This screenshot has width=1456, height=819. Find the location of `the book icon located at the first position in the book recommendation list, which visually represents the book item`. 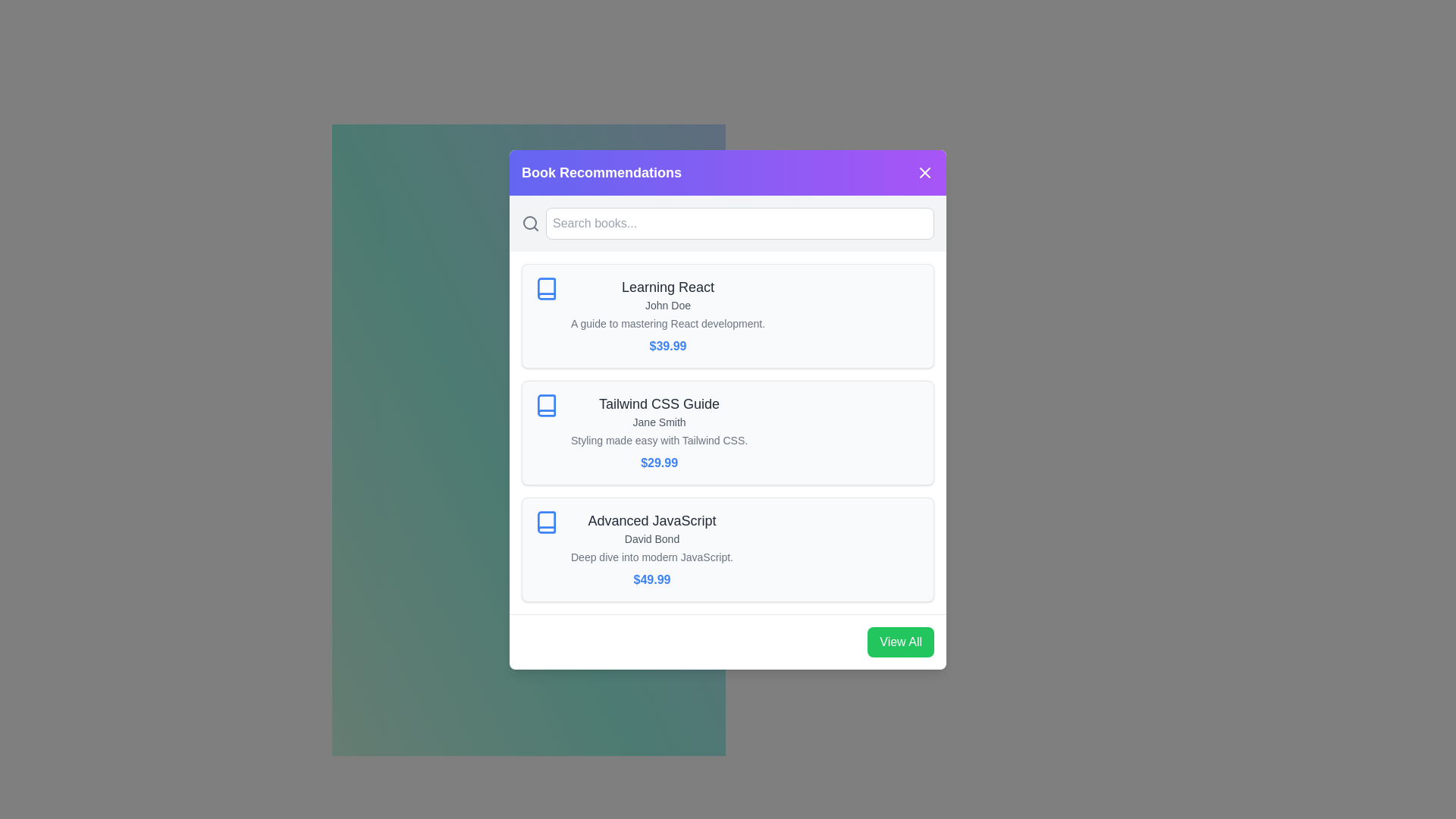

the book icon located at the first position in the book recommendation list, which visually represents the book item is located at coordinates (546, 288).